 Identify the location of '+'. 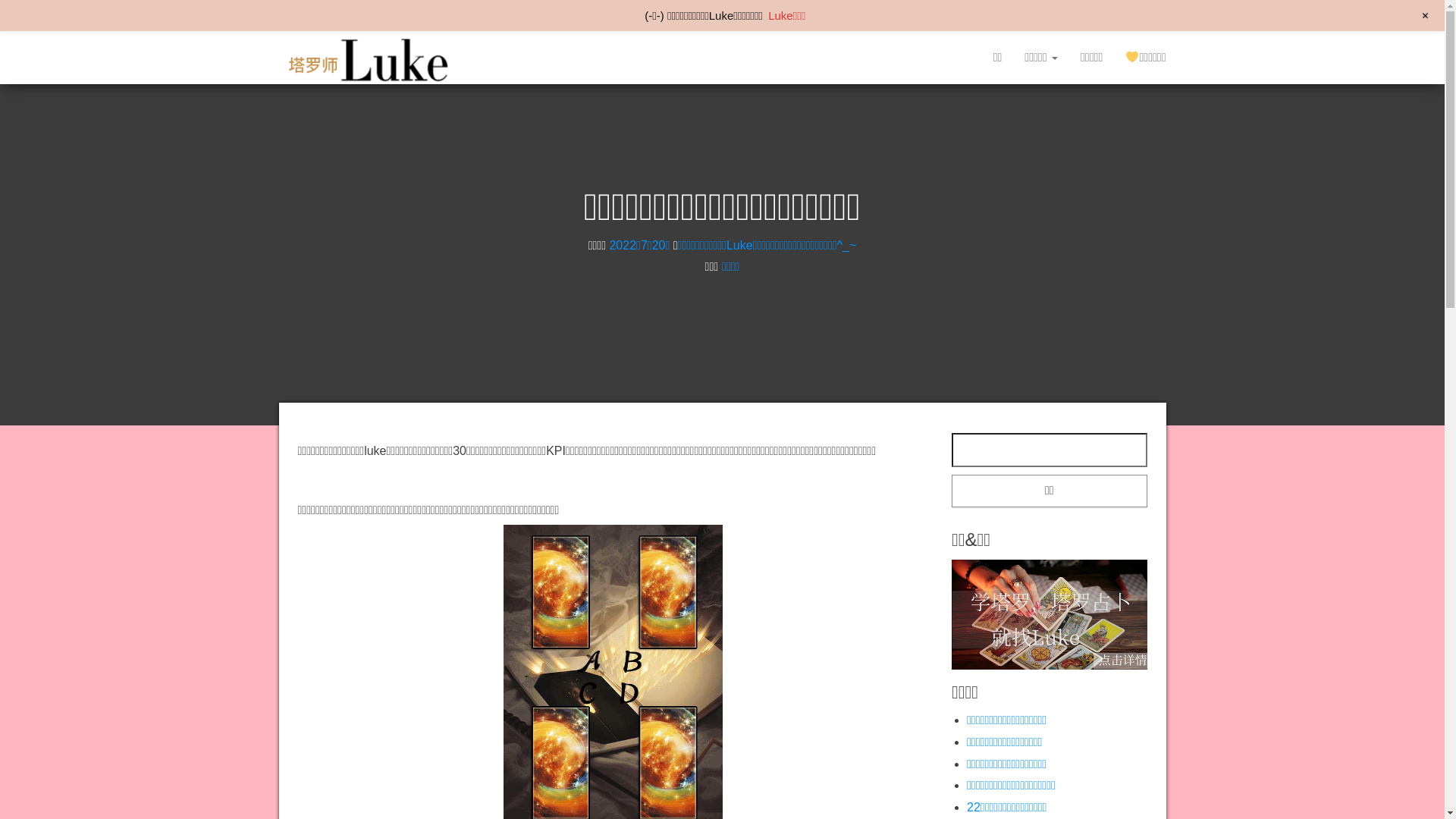
(1424, 15).